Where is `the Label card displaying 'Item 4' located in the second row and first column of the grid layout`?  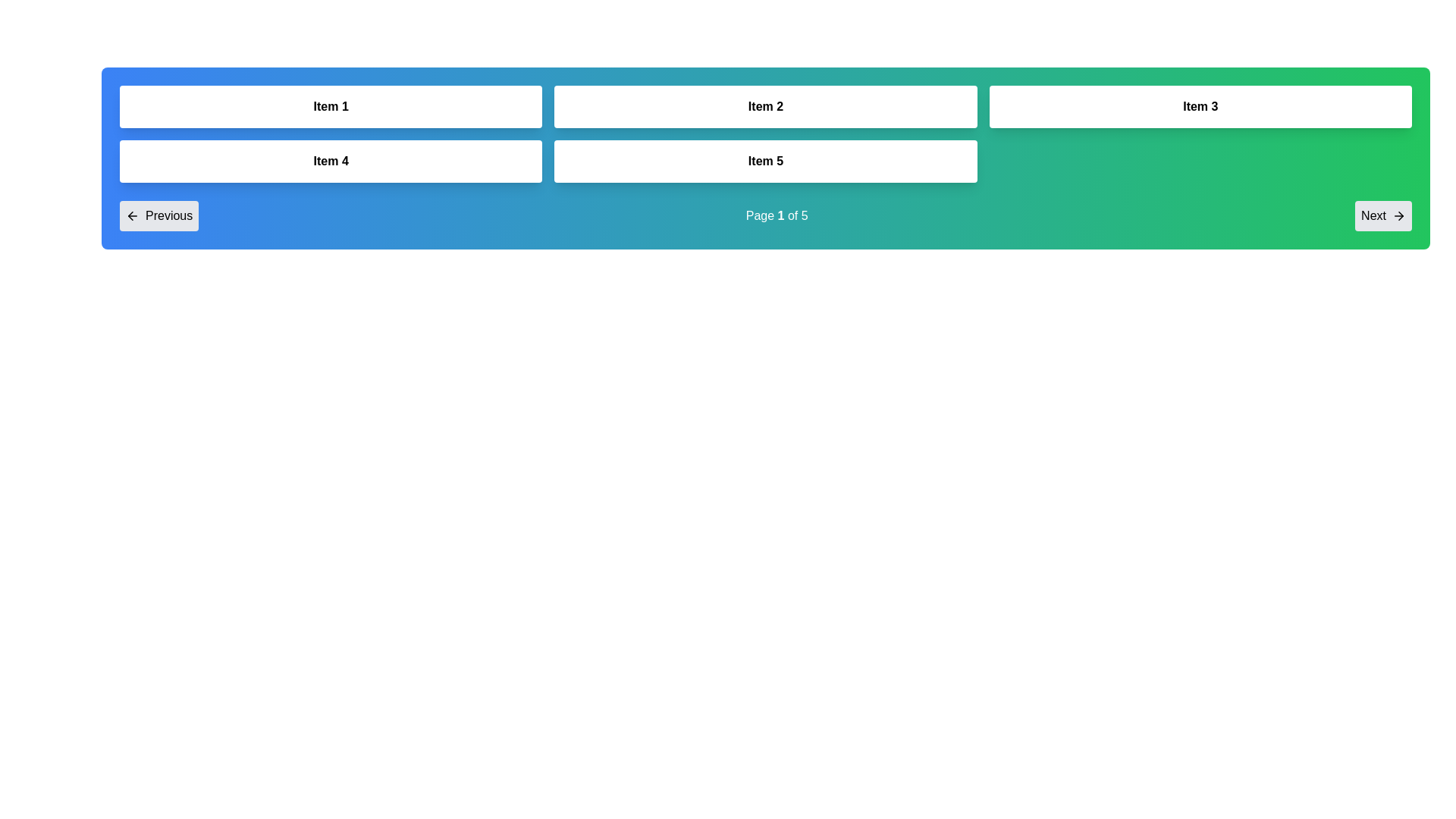 the Label card displaying 'Item 4' located in the second row and first column of the grid layout is located at coordinates (330, 161).